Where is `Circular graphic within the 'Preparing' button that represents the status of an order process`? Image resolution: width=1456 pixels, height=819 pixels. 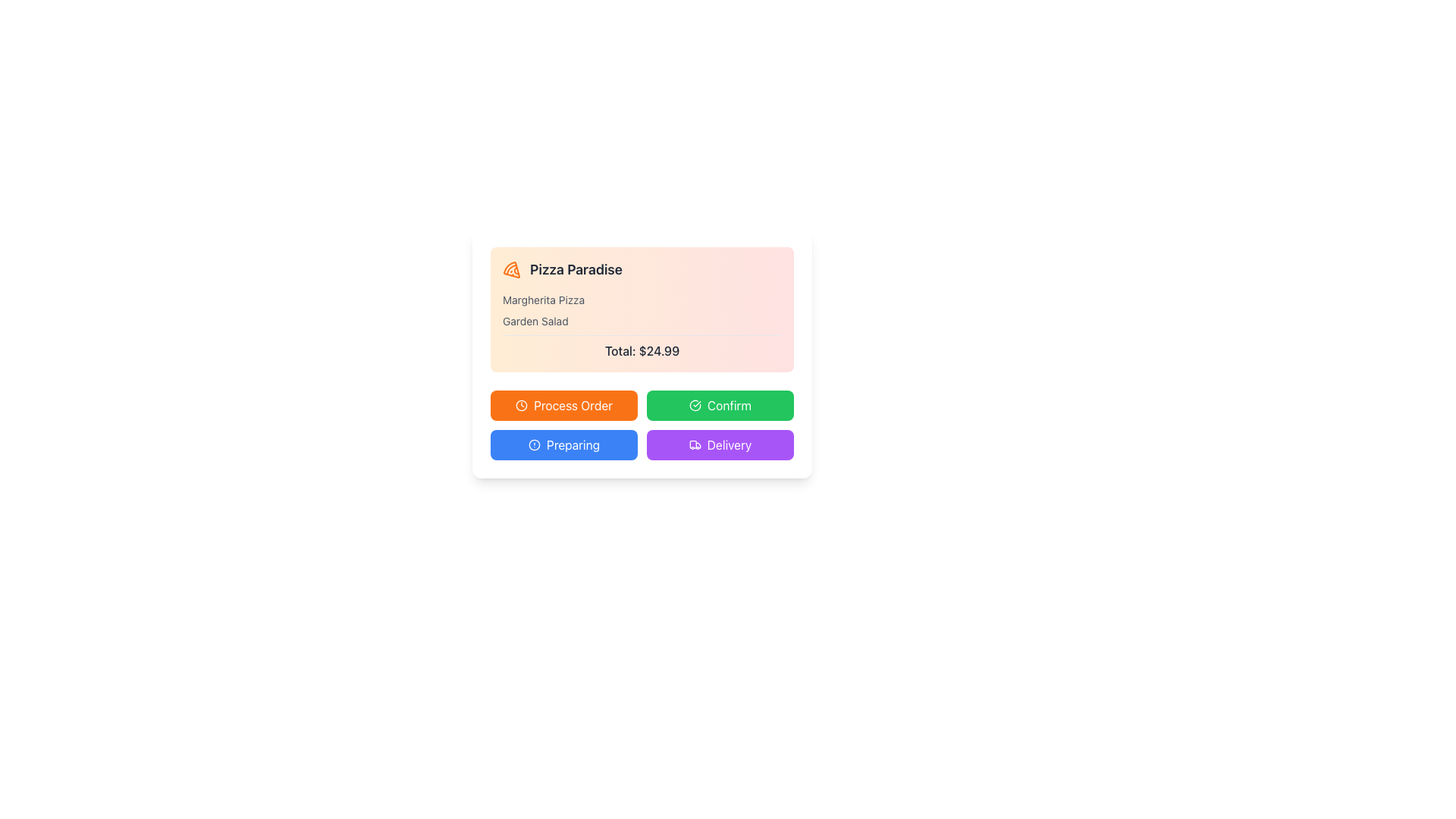 Circular graphic within the 'Preparing' button that represents the status of an order process is located at coordinates (535, 444).